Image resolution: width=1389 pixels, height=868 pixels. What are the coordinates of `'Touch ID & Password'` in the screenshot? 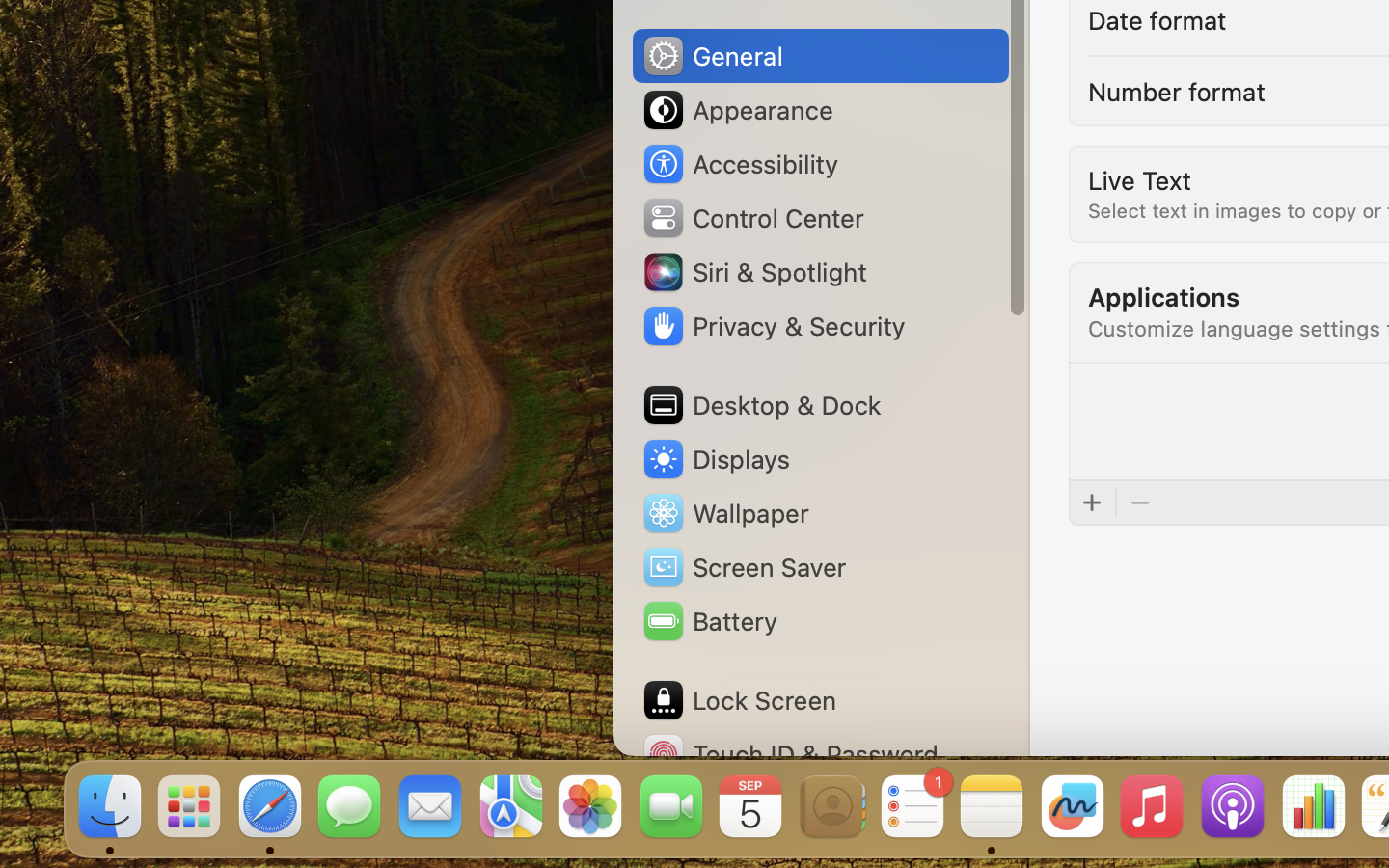 It's located at (790, 753).